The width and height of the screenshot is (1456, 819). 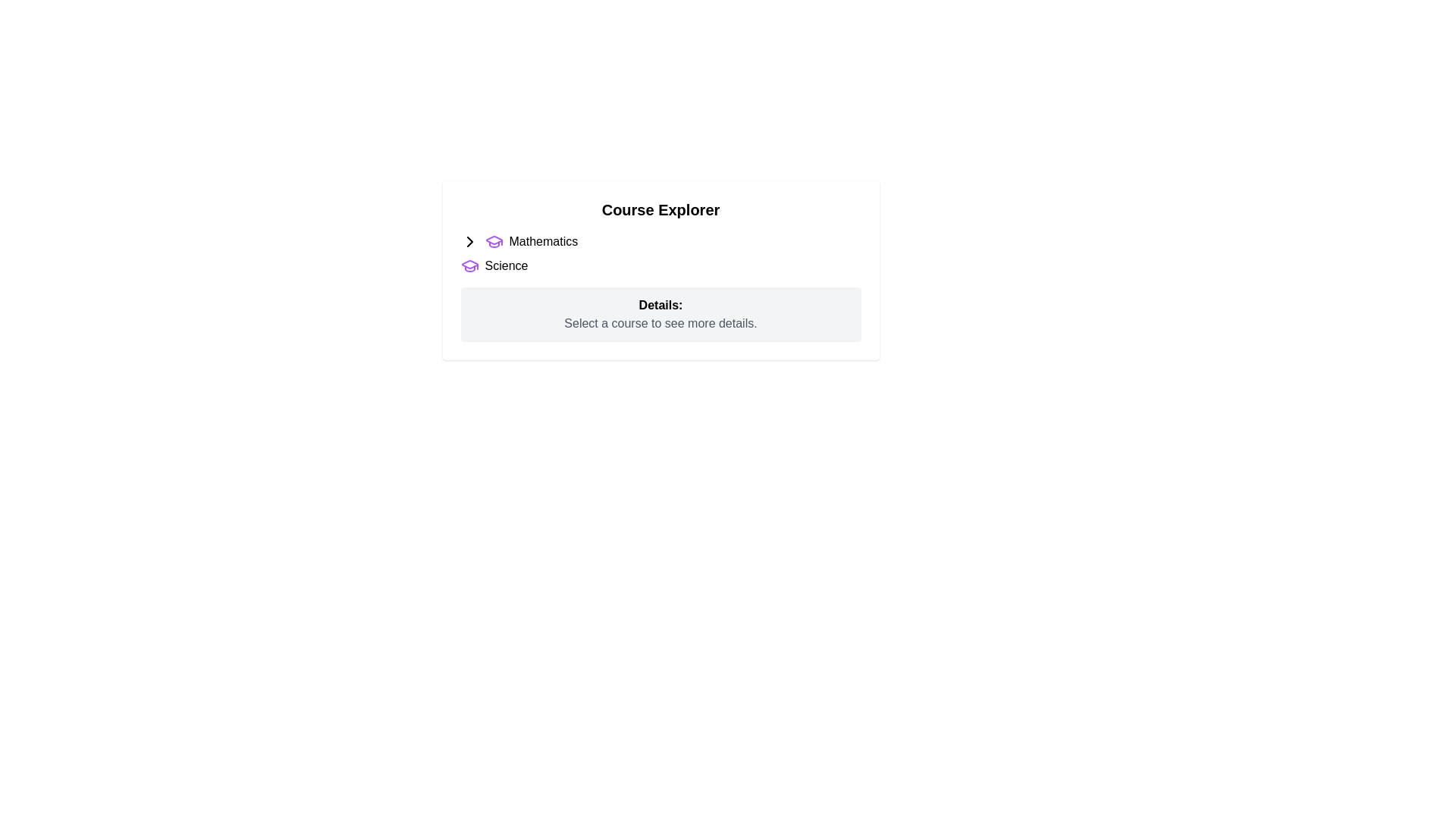 I want to click on the text label displaying 'Science', so click(x=506, y=265).